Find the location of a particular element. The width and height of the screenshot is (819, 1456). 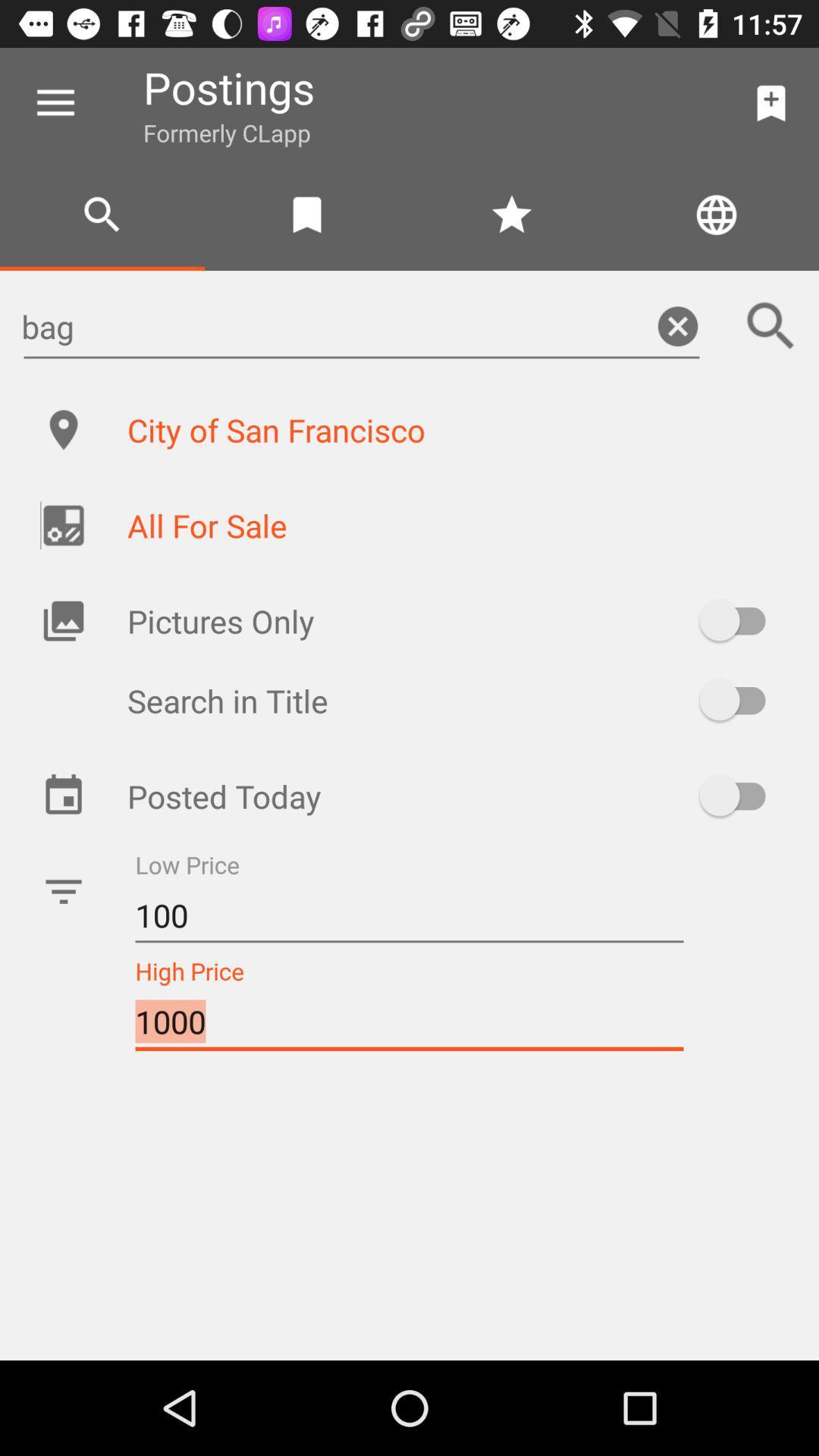

search bar is located at coordinates (771, 325).